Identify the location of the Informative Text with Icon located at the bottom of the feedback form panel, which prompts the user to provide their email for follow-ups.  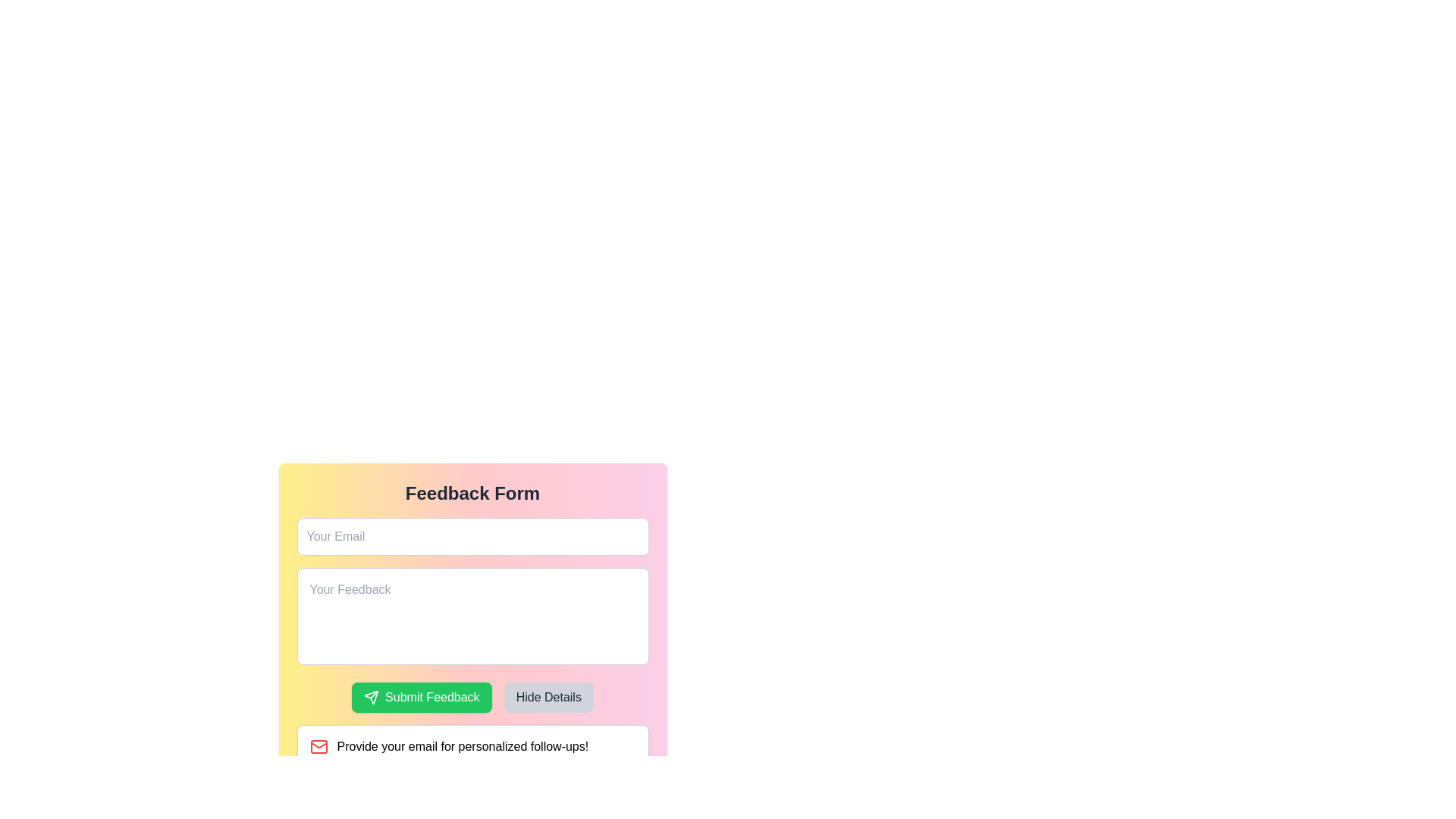
(472, 745).